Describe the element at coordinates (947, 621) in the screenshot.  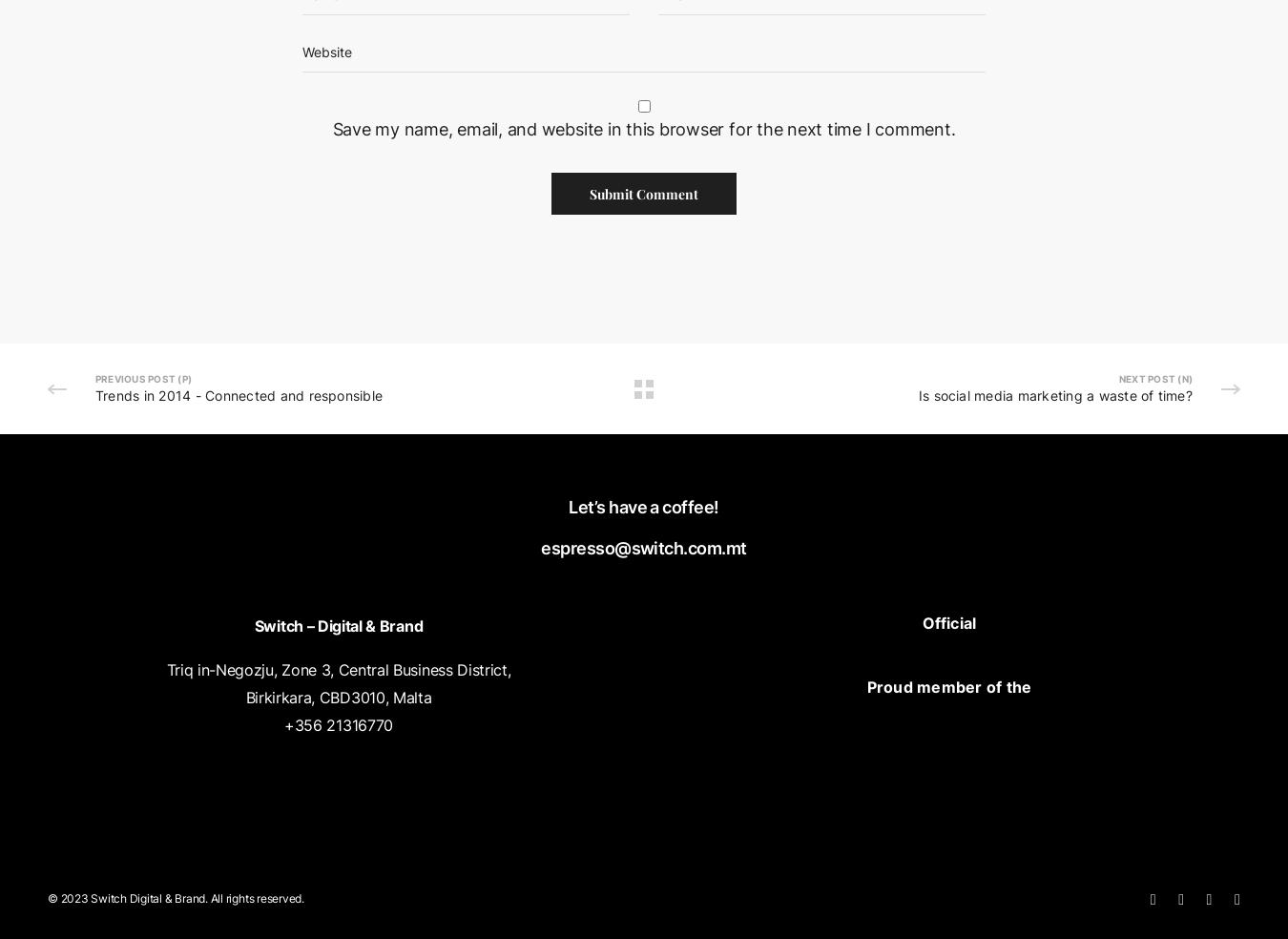
I see `'Official'` at that location.